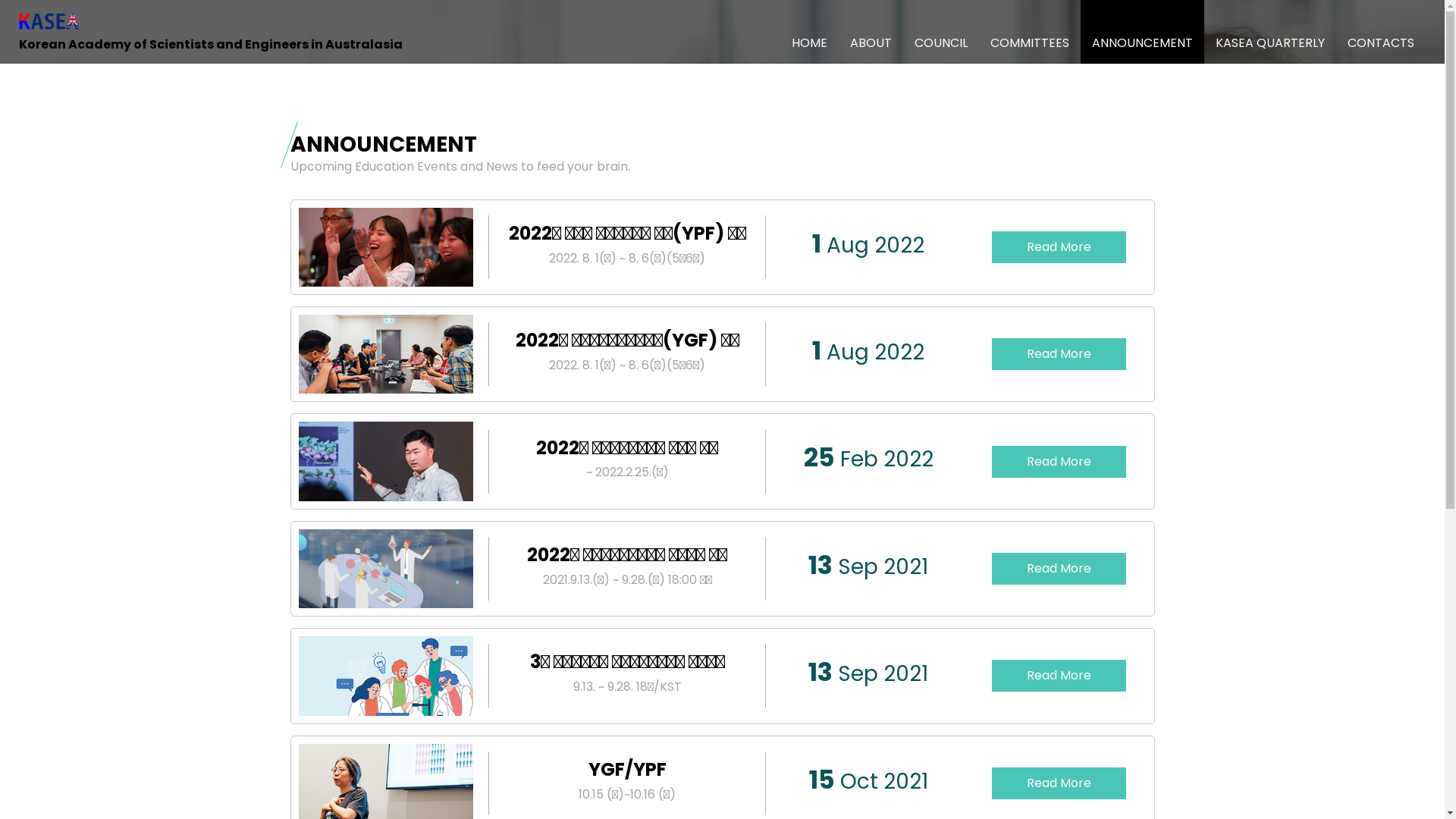 This screenshot has width=1456, height=819. Describe the element at coordinates (1058, 783) in the screenshot. I see `'Read More'` at that location.